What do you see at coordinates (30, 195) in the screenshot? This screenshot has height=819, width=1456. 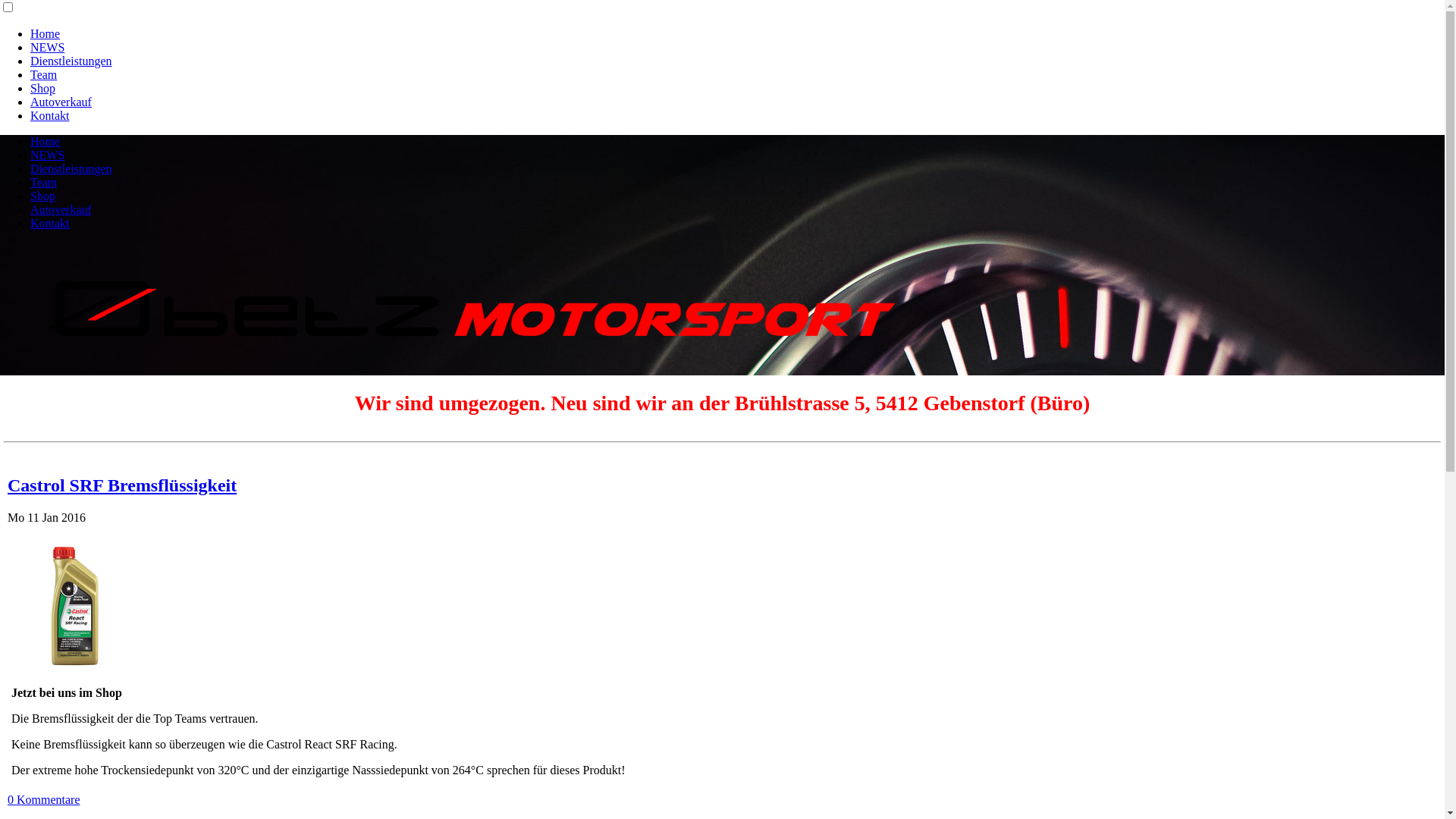 I see `'Shop'` at bounding box center [30, 195].